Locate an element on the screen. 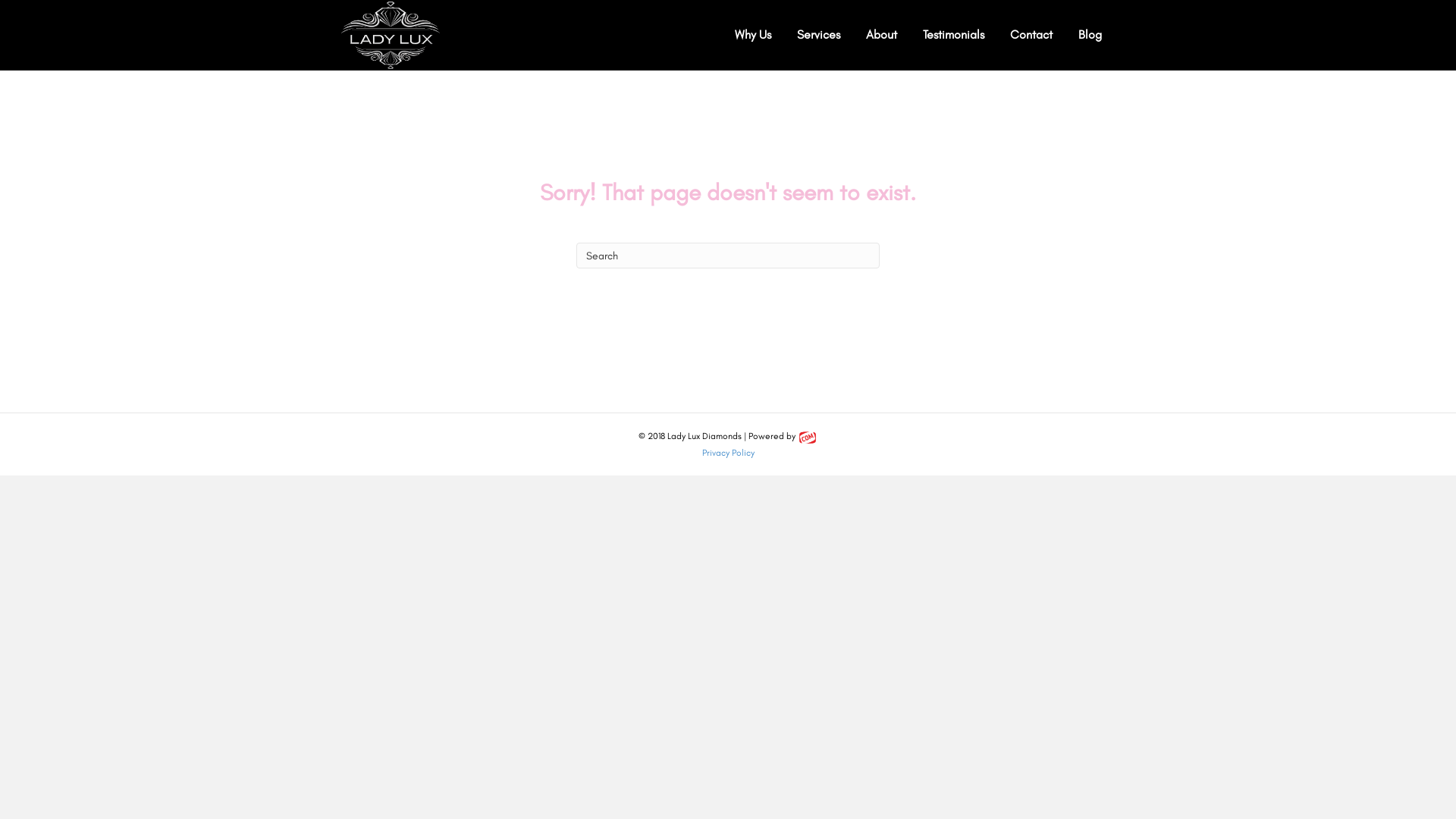  'Contact' is located at coordinates (1031, 34).